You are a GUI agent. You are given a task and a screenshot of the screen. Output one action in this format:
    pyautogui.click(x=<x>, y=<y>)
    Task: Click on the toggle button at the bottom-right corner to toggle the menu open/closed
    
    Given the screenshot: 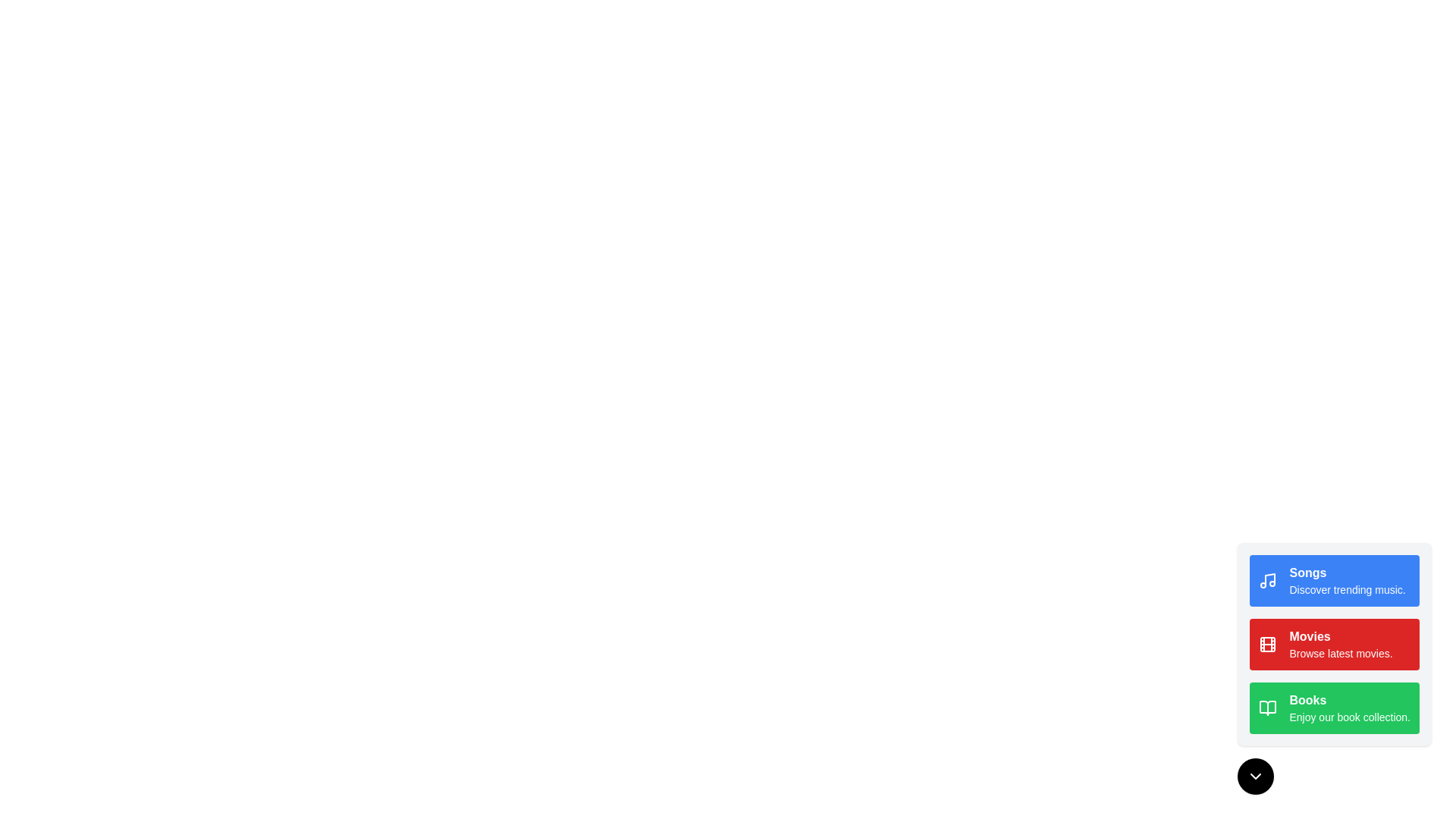 What is the action you would take?
    pyautogui.click(x=1256, y=776)
    